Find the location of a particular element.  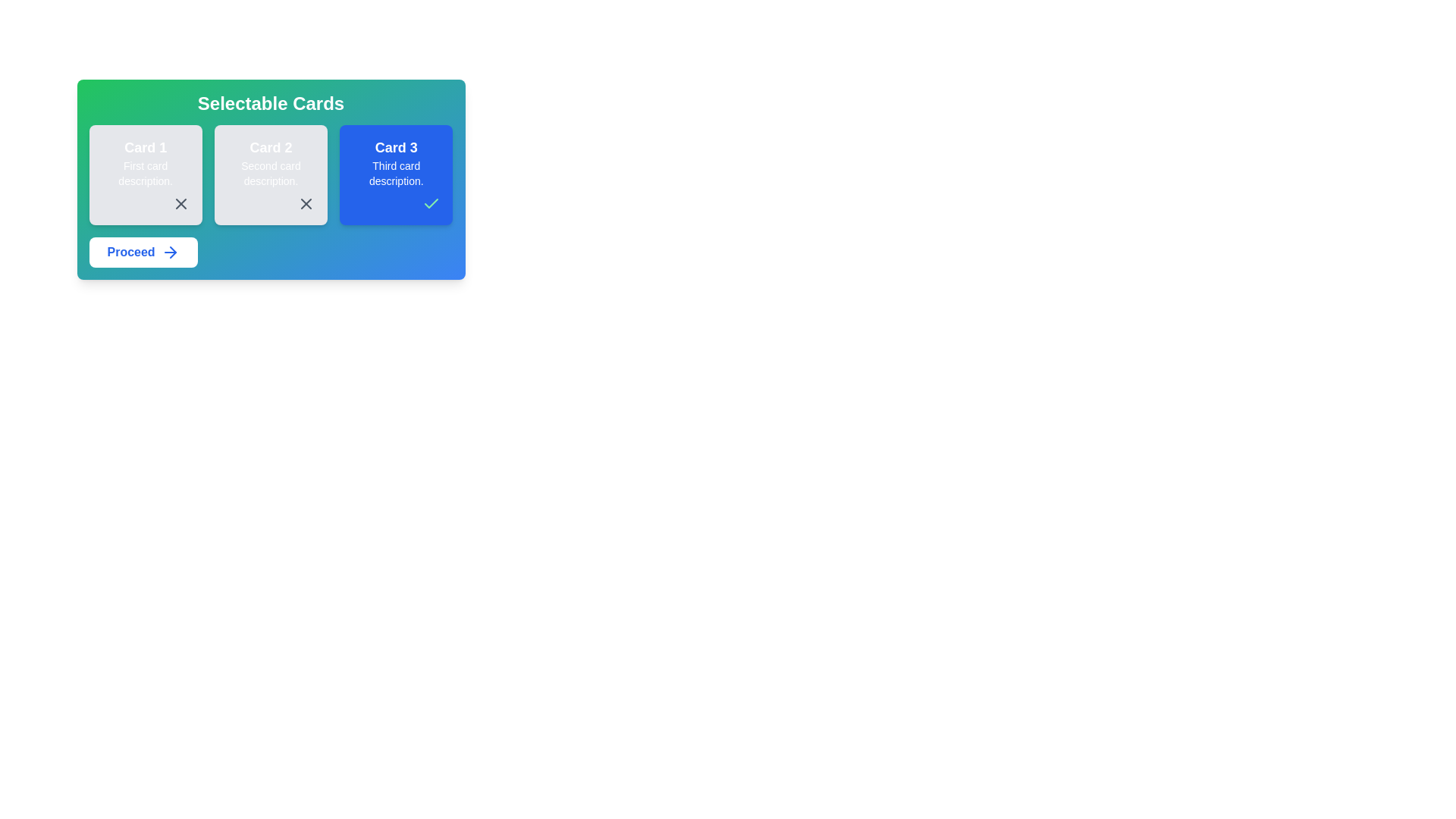

the card with title Card 2 is located at coordinates (270, 174).